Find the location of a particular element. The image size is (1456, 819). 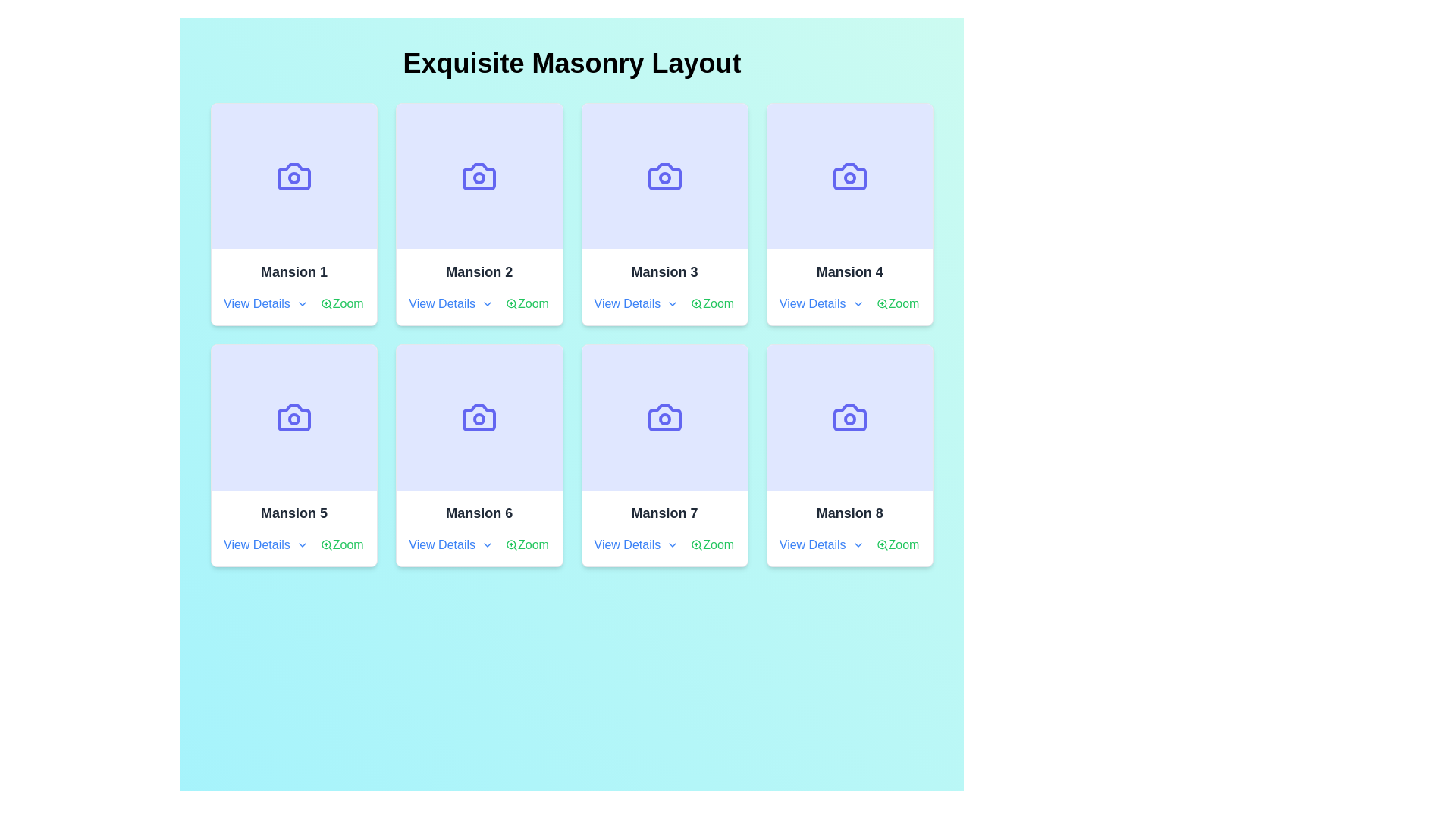

static text element that serves as the title of the second card in the bottom row of the 3x3 grid of property cards is located at coordinates (479, 513).